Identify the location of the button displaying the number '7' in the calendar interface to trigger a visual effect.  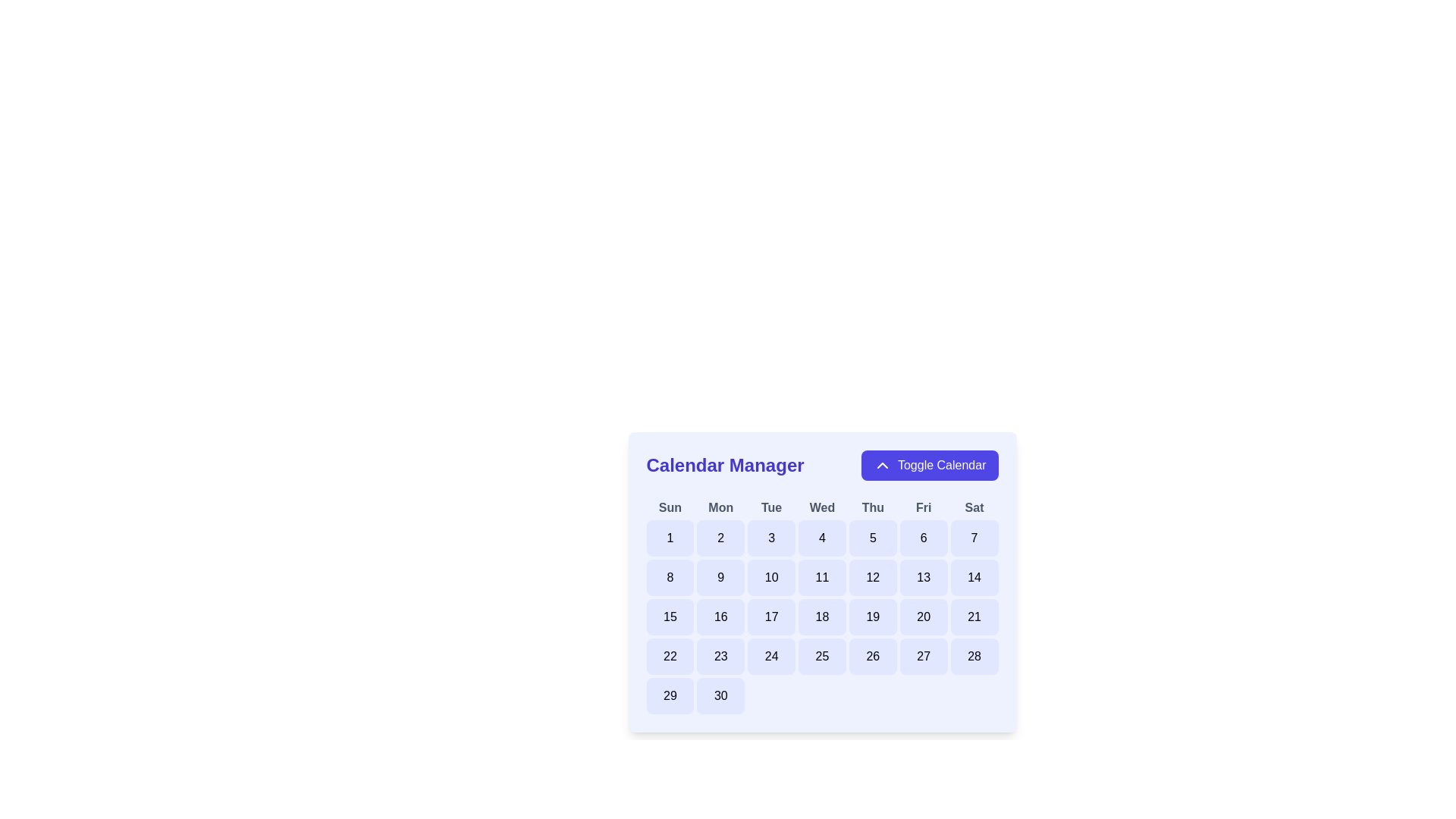
(974, 537).